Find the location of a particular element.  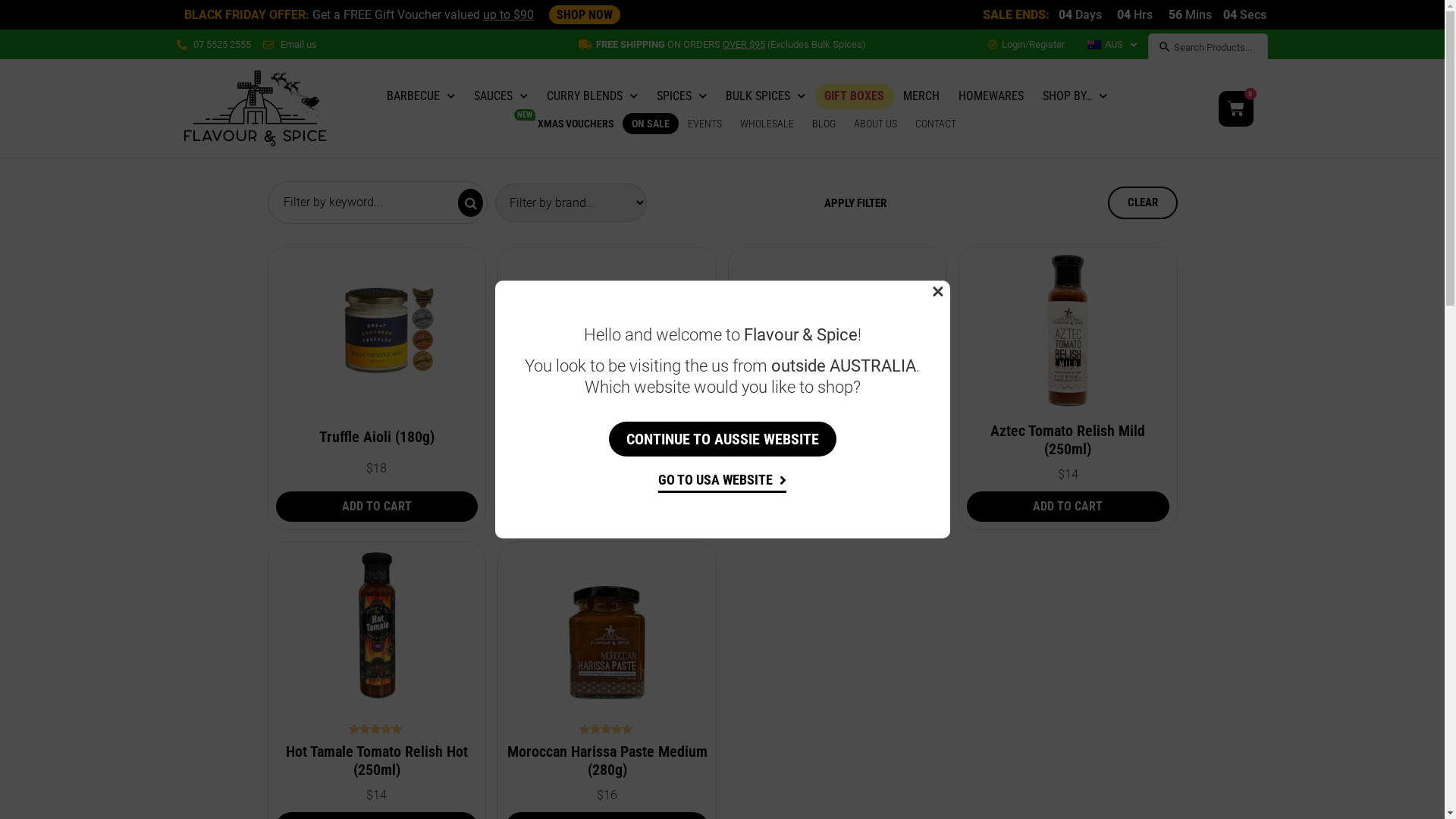

'EVENTS' is located at coordinates (704, 122).